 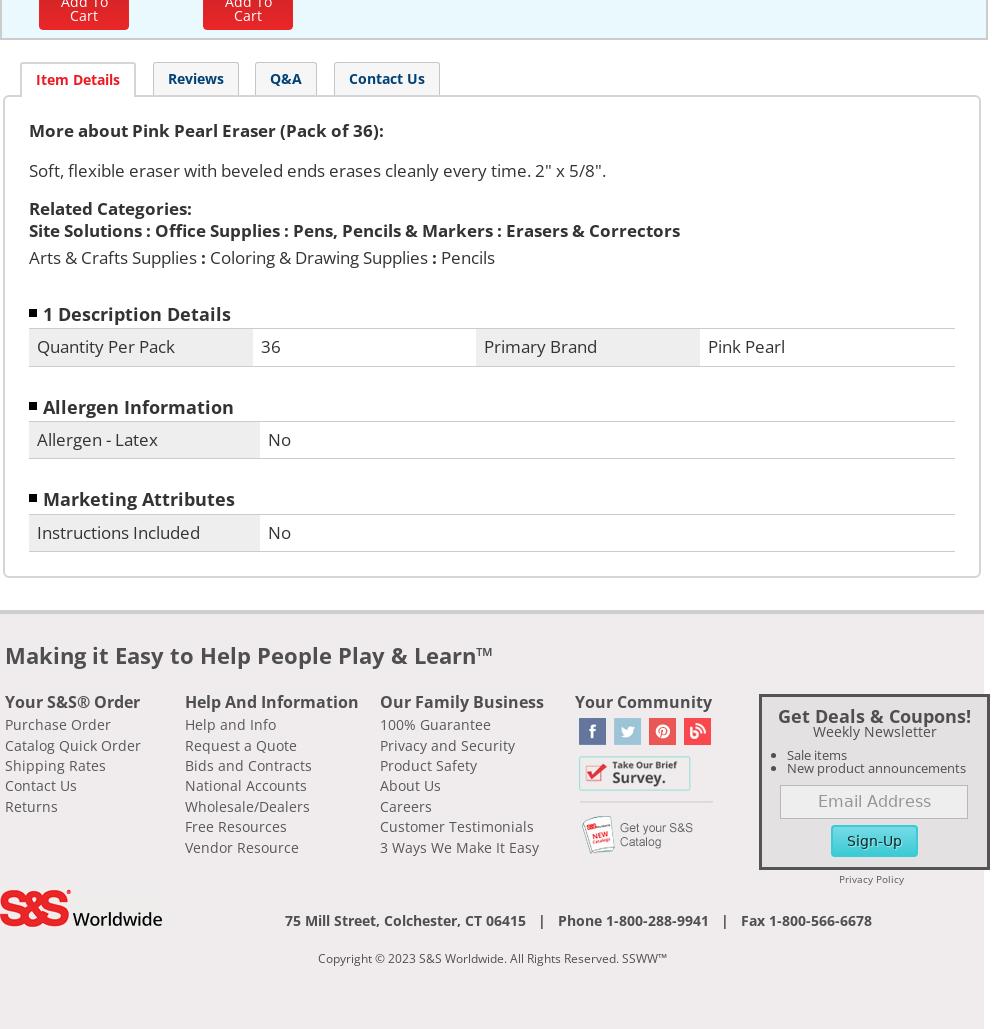 I want to click on 'About Us', so click(x=410, y=785).